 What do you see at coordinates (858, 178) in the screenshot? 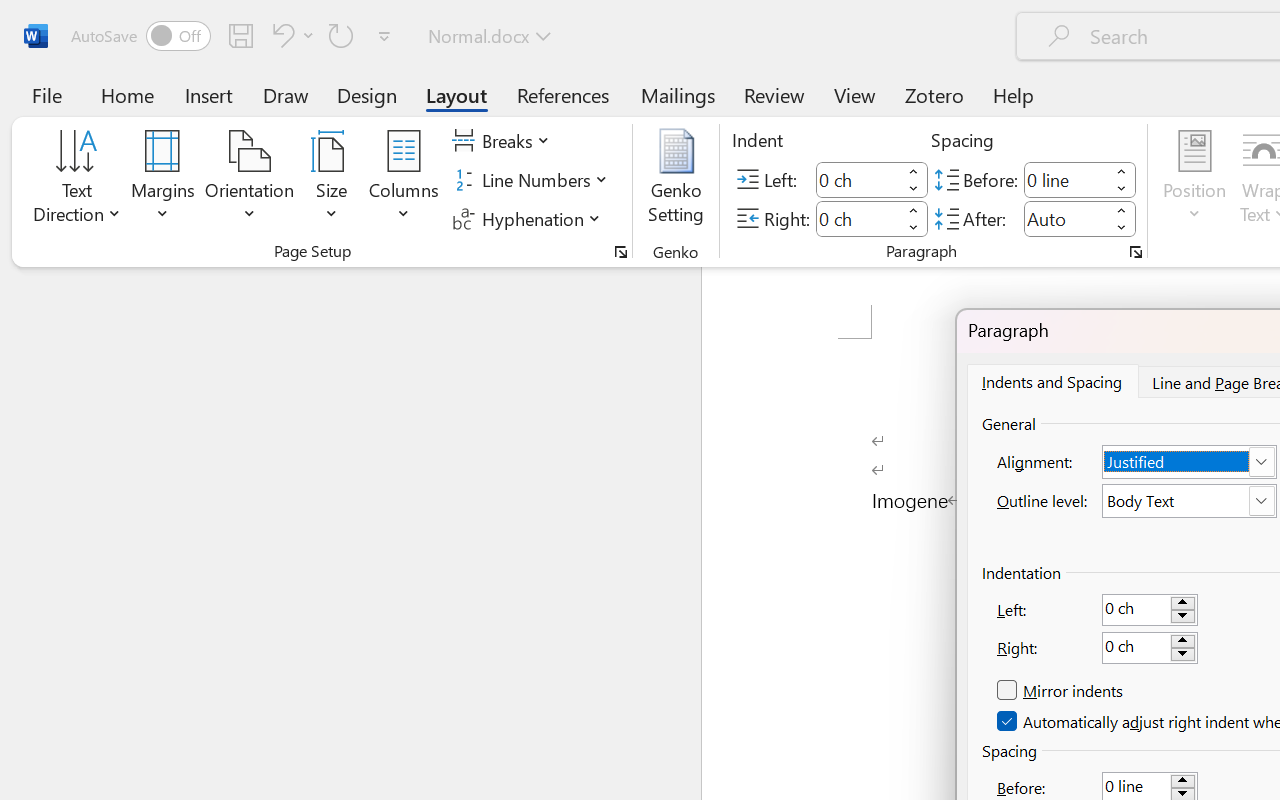
I see `'Indent Left'` at bounding box center [858, 178].